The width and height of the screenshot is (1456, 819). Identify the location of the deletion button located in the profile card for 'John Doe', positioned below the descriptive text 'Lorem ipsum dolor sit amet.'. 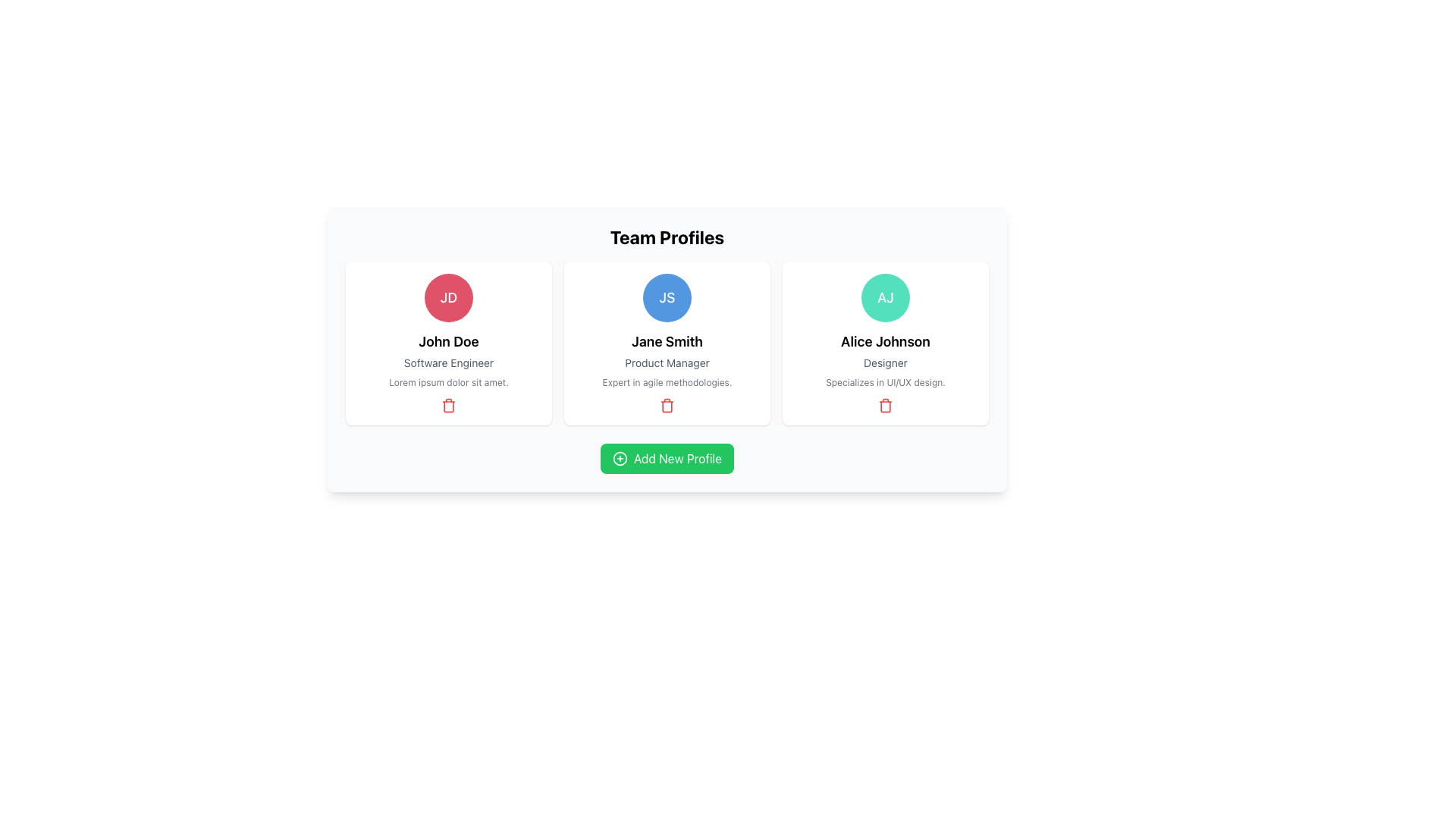
(447, 405).